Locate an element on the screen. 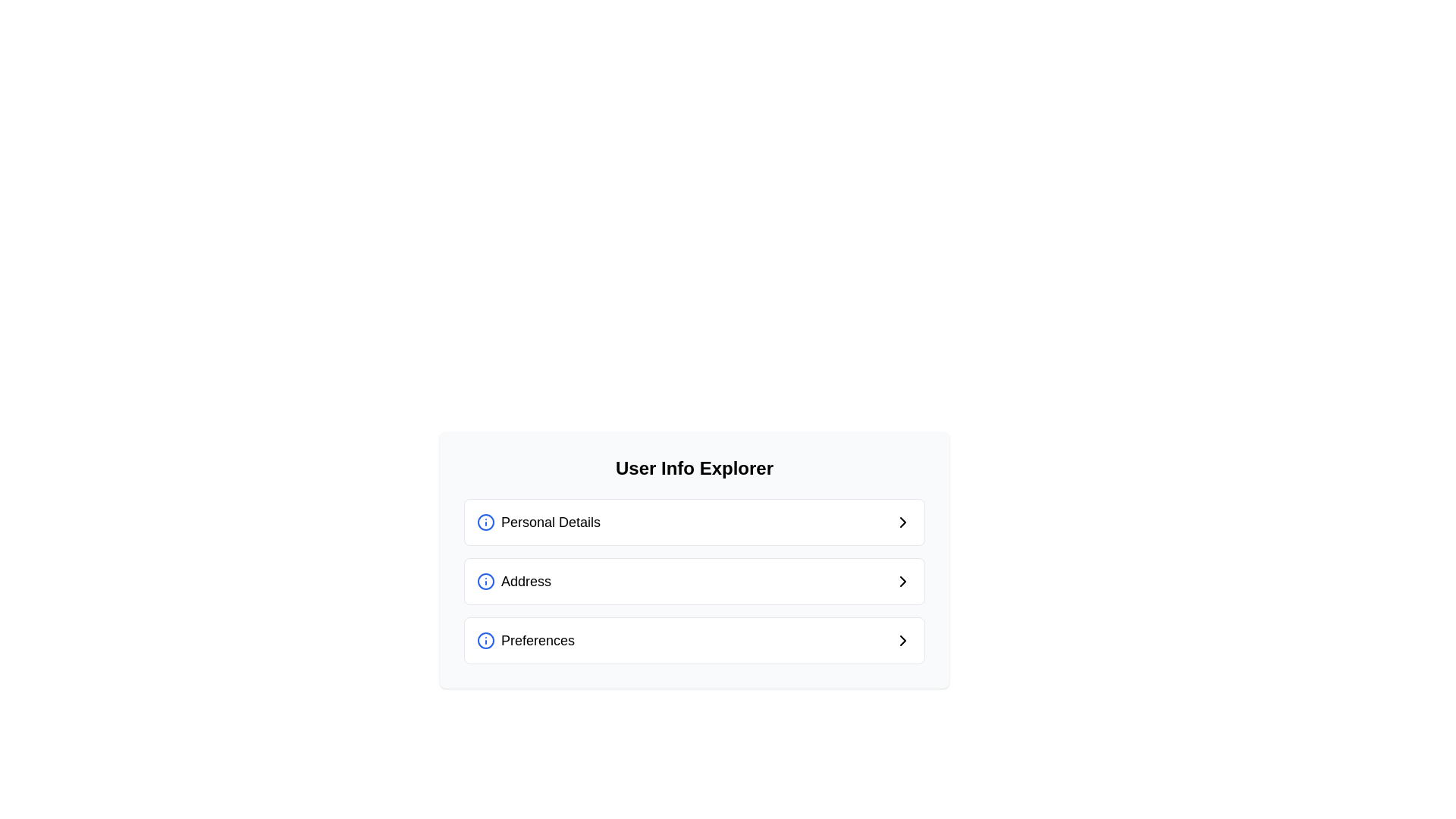  the interactive list item for 'Preferences' under the 'User Info Explorer' section is located at coordinates (694, 640).